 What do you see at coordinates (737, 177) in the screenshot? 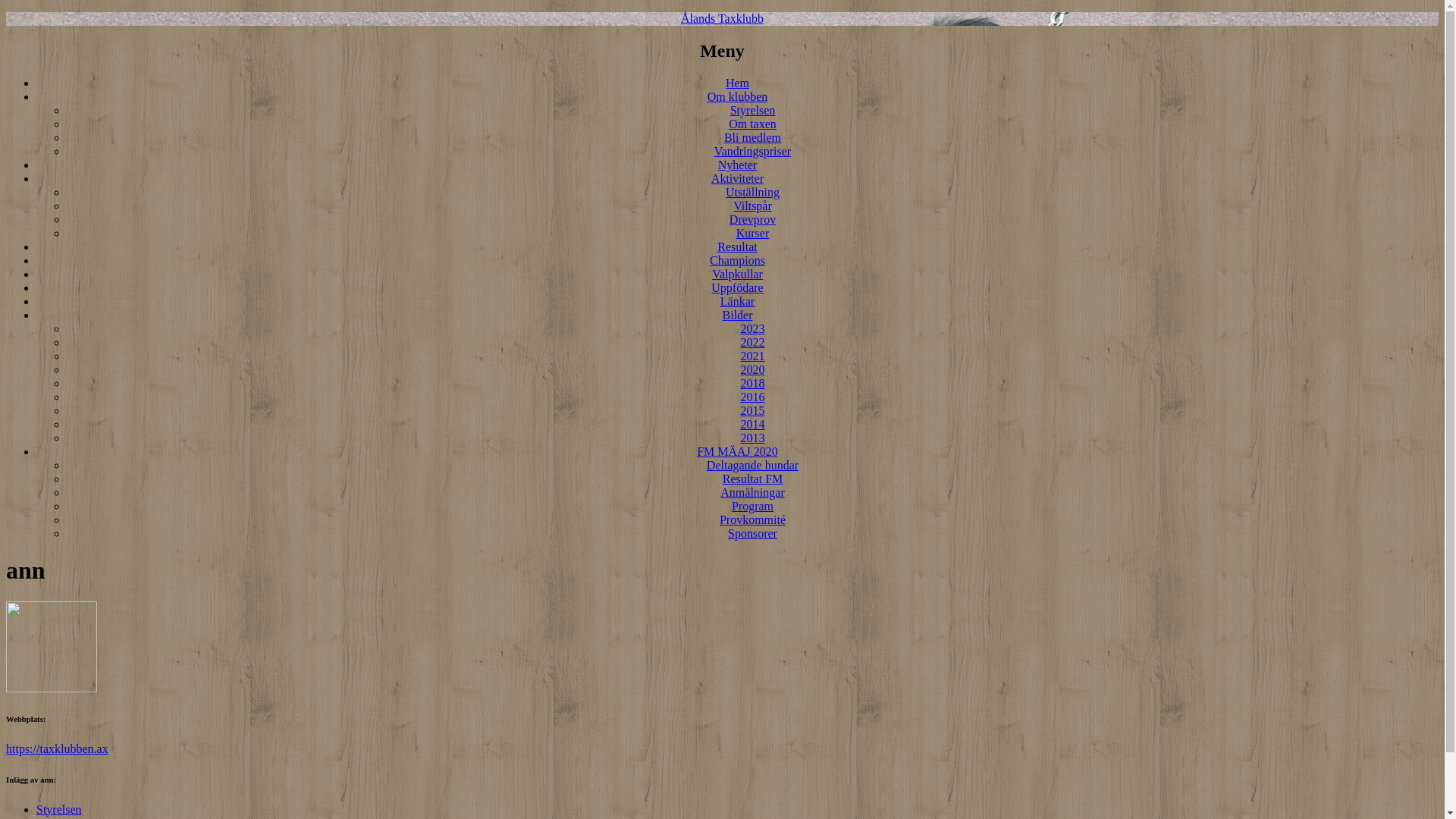
I see `'Aktiviteter'` at bounding box center [737, 177].